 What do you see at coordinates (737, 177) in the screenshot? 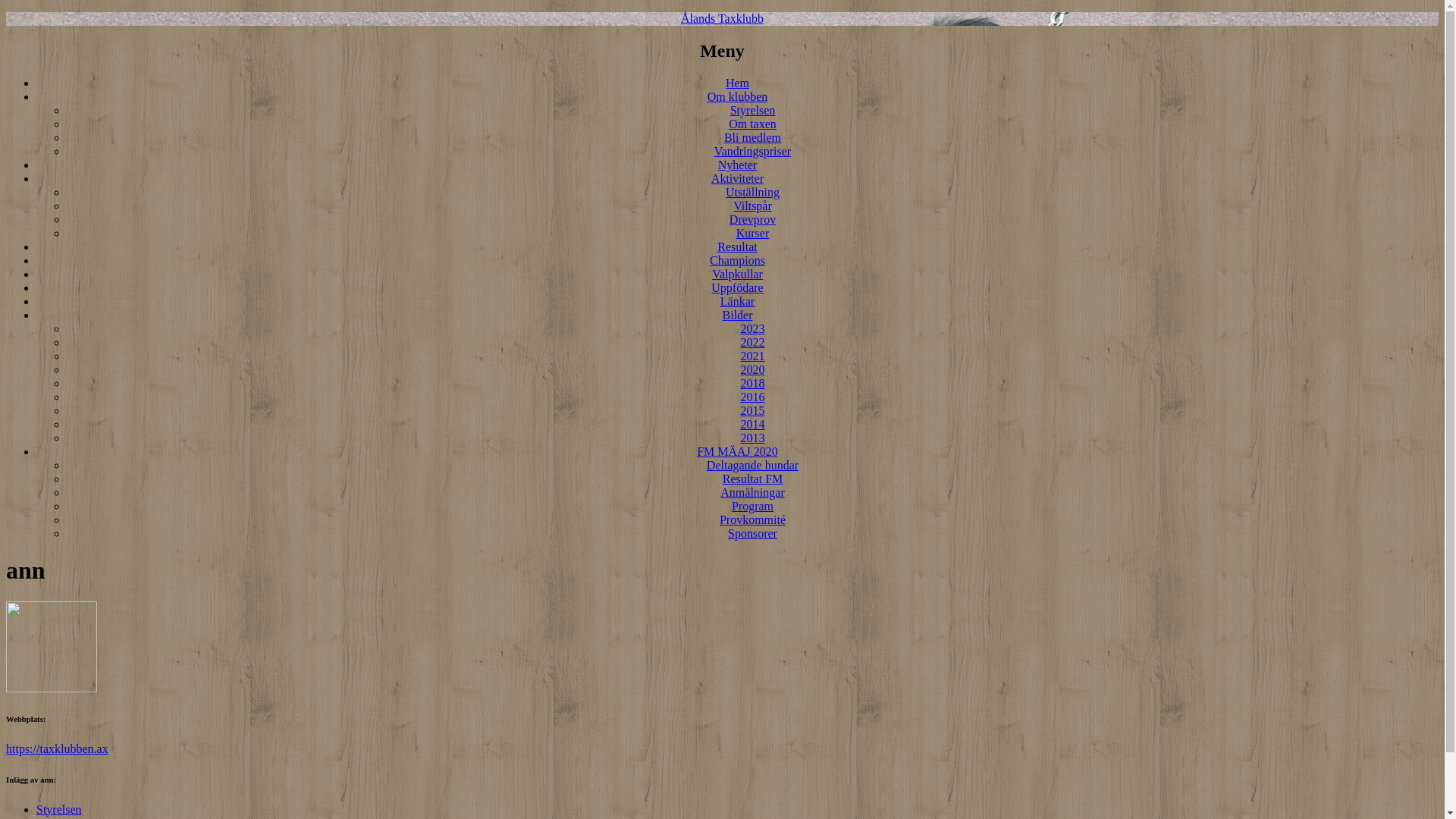
I see `'Aktiviteter'` at bounding box center [737, 177].